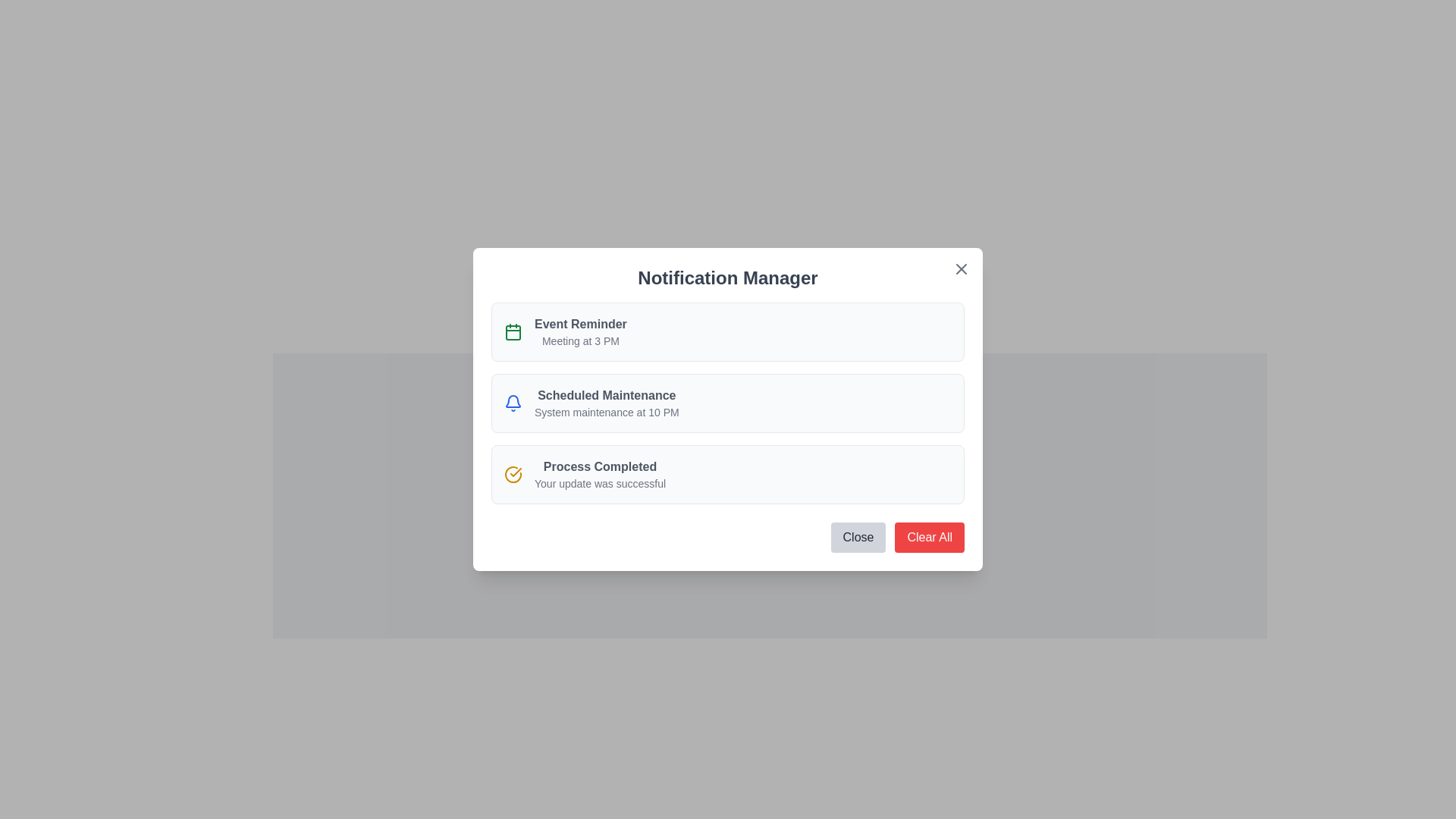 The image size is (1456, 819). I want to click on the small clickable 'X' icon located at the upper-right corner of the notification modal to observe a styling change, so click(960, 268).